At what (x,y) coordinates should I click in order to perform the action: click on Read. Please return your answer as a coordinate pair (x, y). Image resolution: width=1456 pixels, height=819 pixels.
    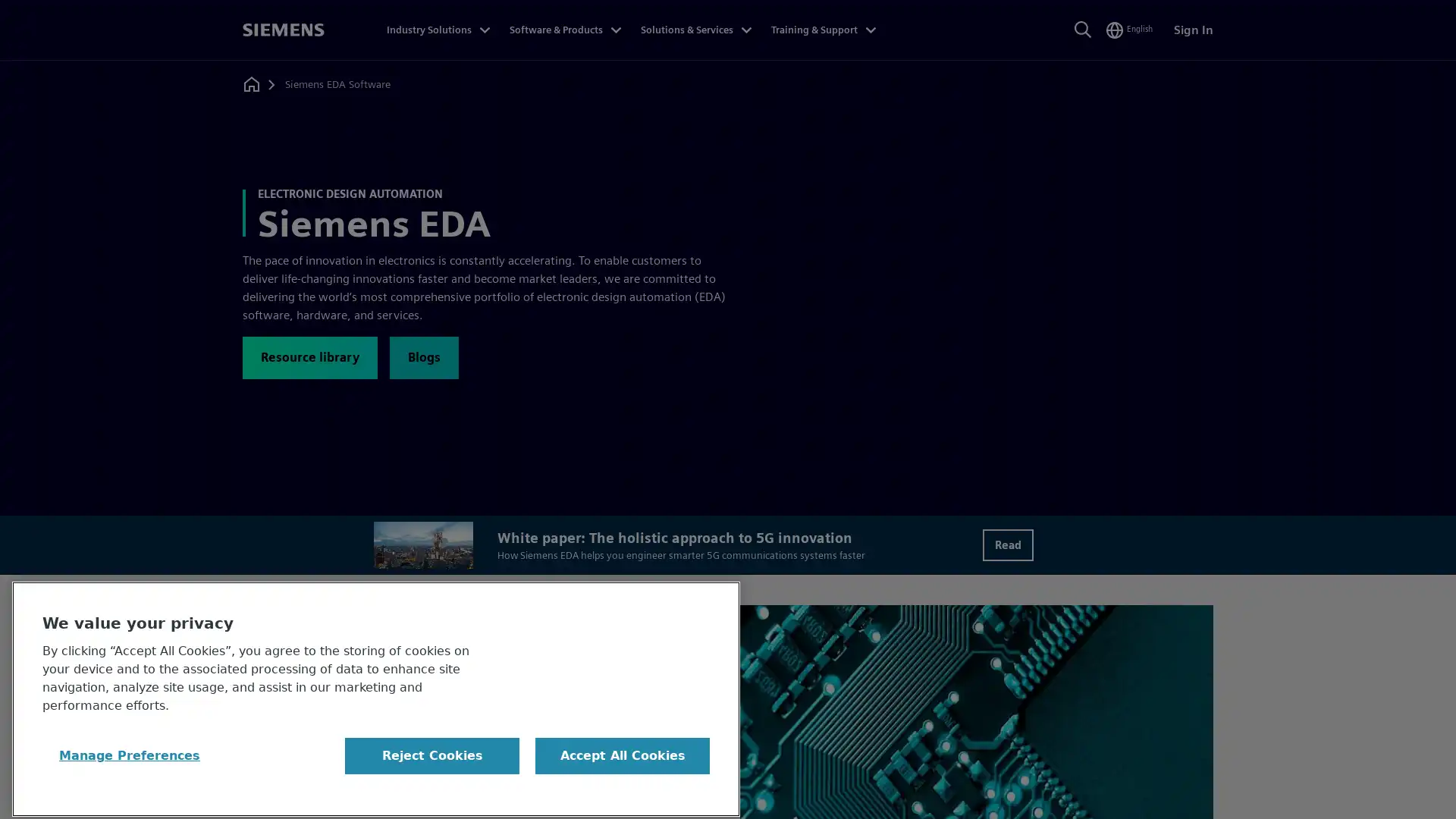
    Looking at the image, I should click on (1008, 544).